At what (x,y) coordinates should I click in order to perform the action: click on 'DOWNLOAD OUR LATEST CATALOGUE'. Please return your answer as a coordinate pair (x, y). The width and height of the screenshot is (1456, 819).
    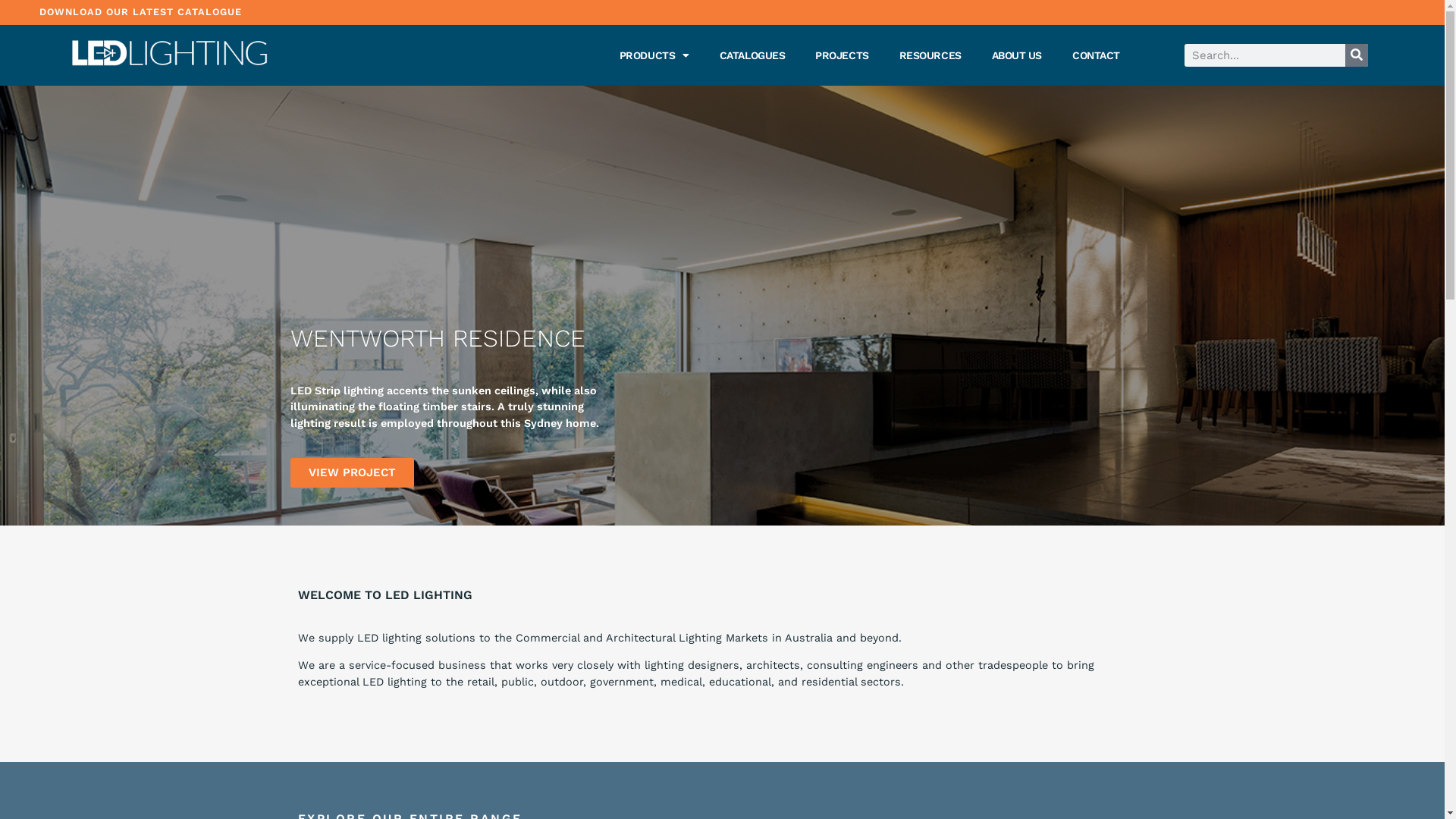
    Looking at the image, I should click on (140, 11).